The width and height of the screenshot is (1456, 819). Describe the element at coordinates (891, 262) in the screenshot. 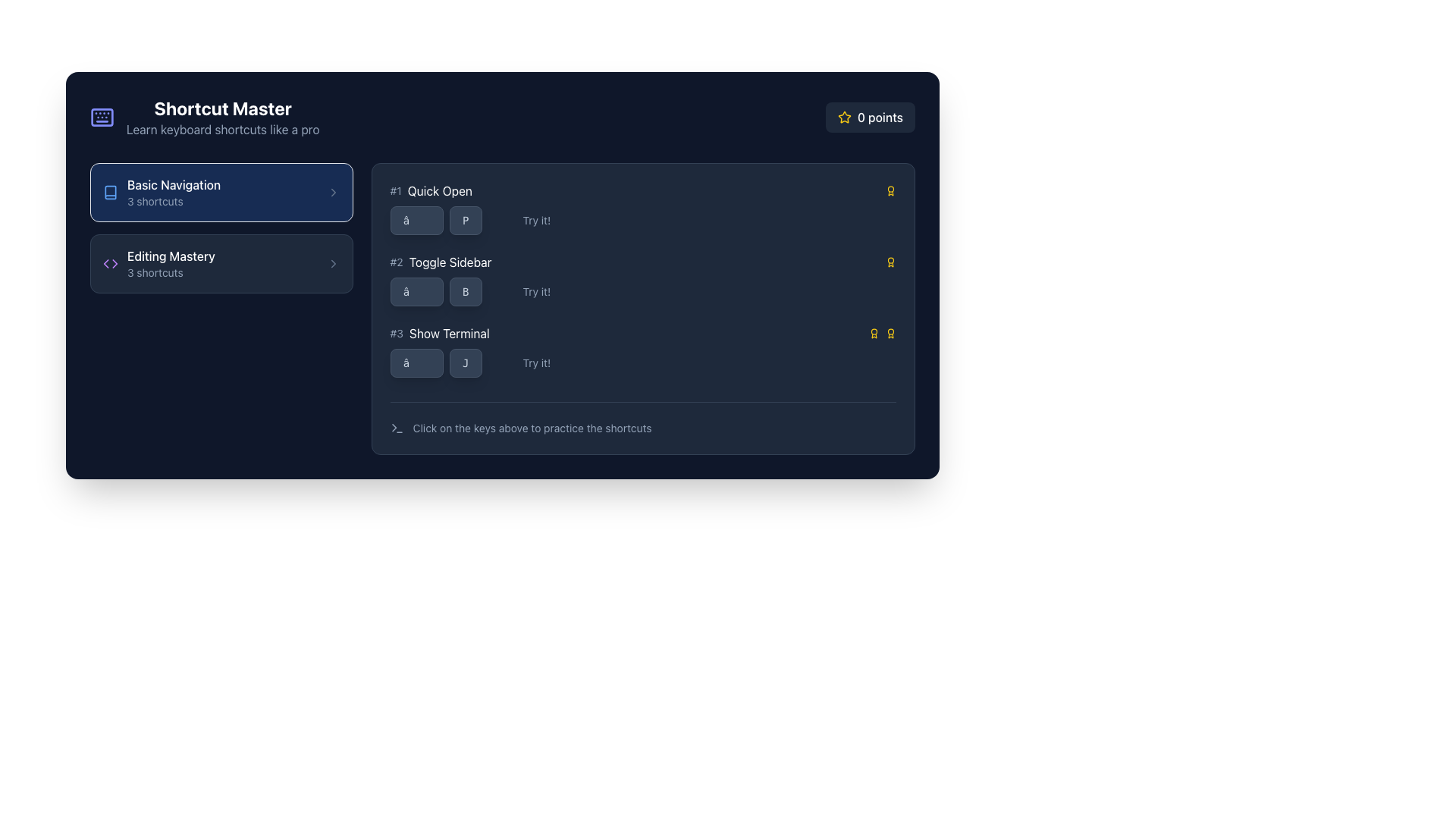

I see `the small yellow medal icon located adjacent to the 'Toggle Sidebar' text` at that location.